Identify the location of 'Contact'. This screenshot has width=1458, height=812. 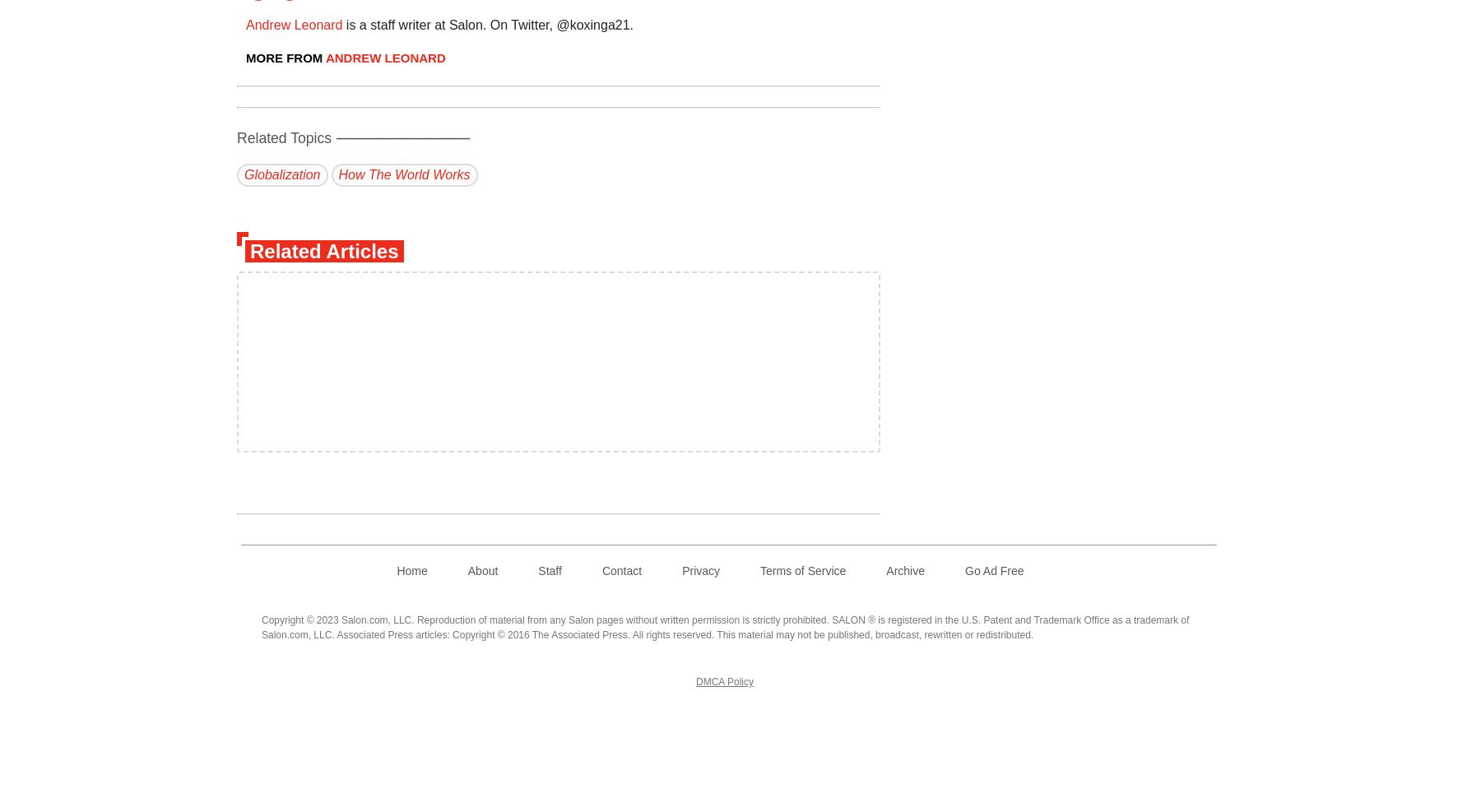
(620, 569).